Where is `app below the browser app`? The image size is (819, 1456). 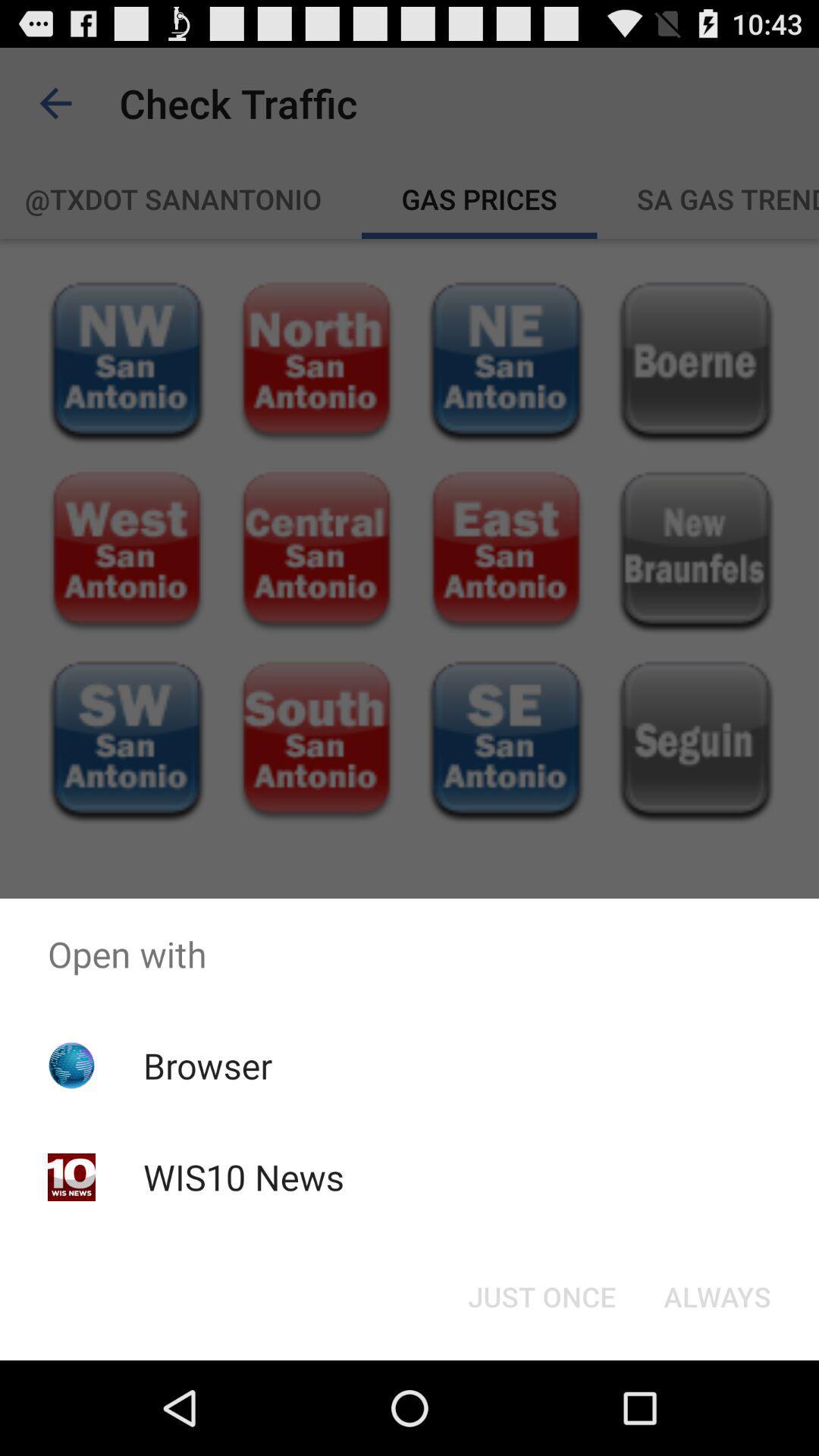
app below the browser app is located at coordinates (243, 1176).